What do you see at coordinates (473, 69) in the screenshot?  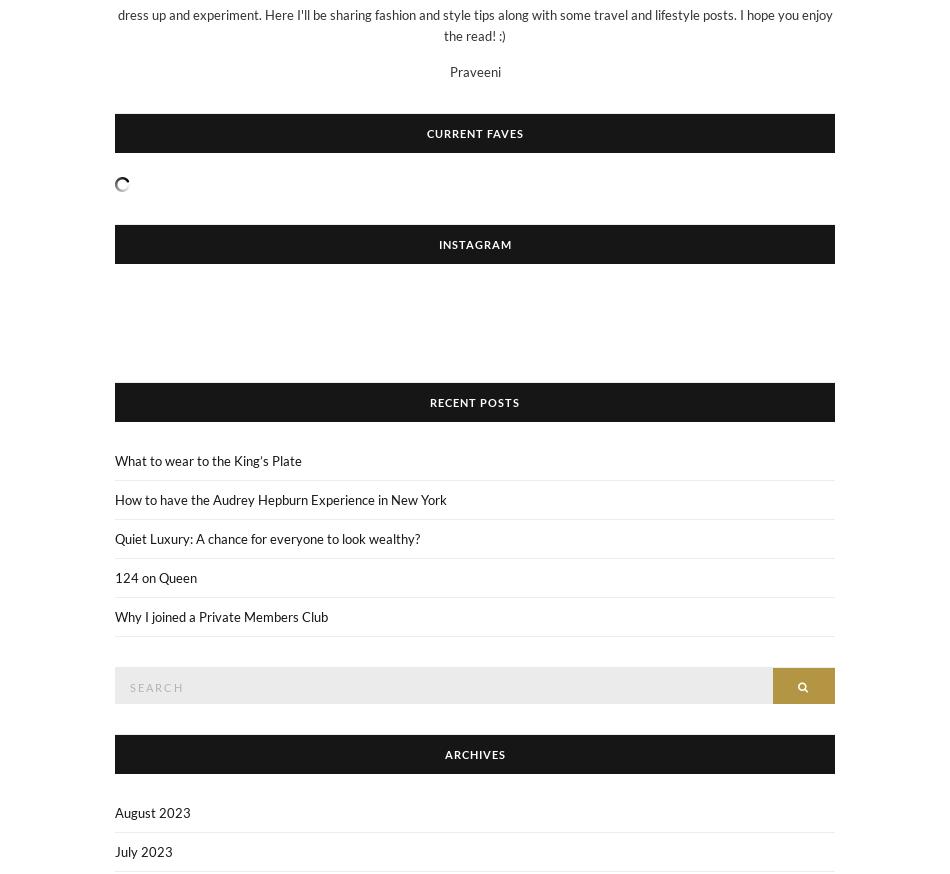 I see `'Praveeni'` at bounding box center [473, 69].